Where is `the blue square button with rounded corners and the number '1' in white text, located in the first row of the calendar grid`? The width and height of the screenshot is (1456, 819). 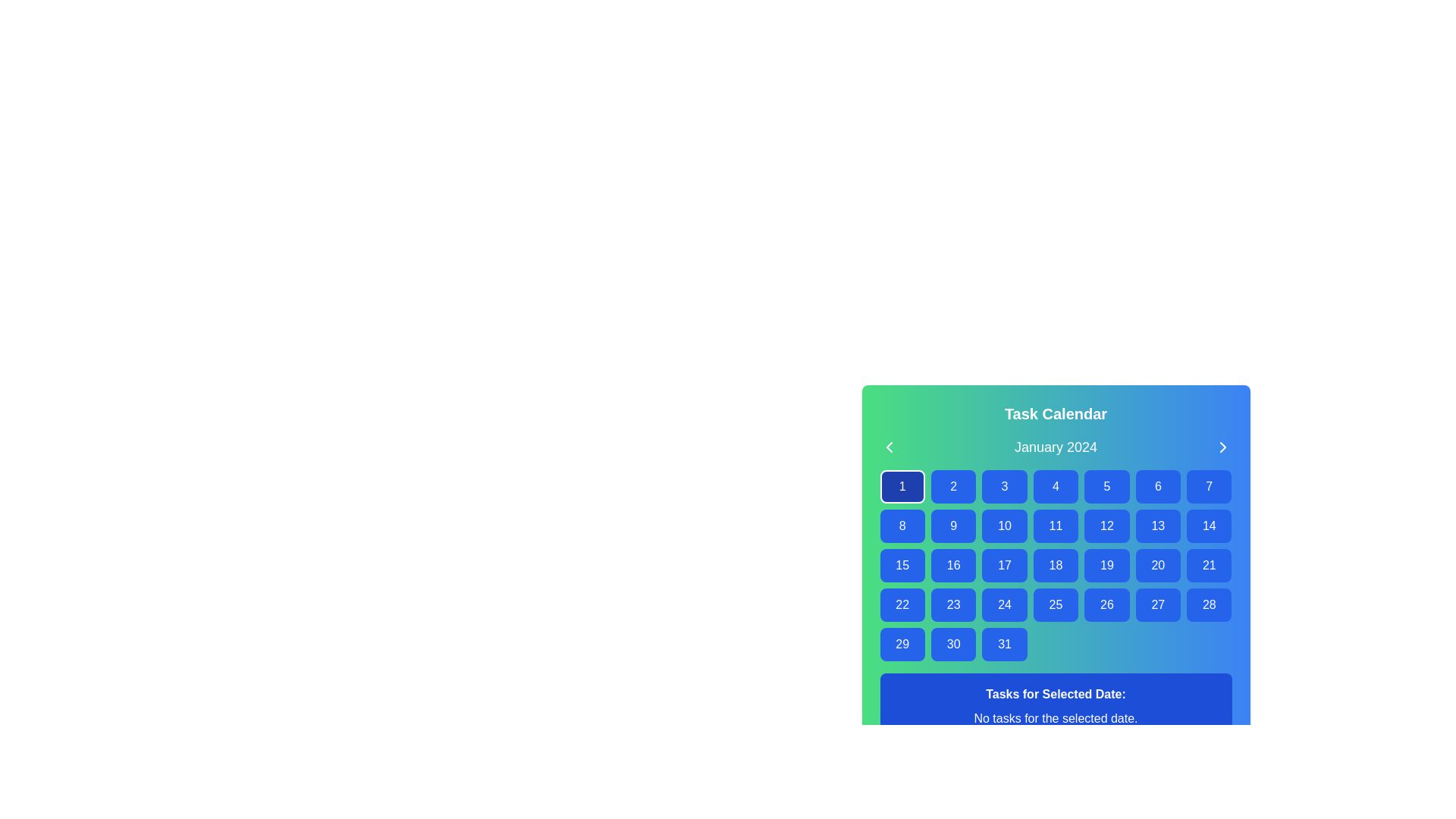
the blue square button with rounded corners and the number '1' in white text, located in the first row of the calendar grid is located at coordinates (902, 486).